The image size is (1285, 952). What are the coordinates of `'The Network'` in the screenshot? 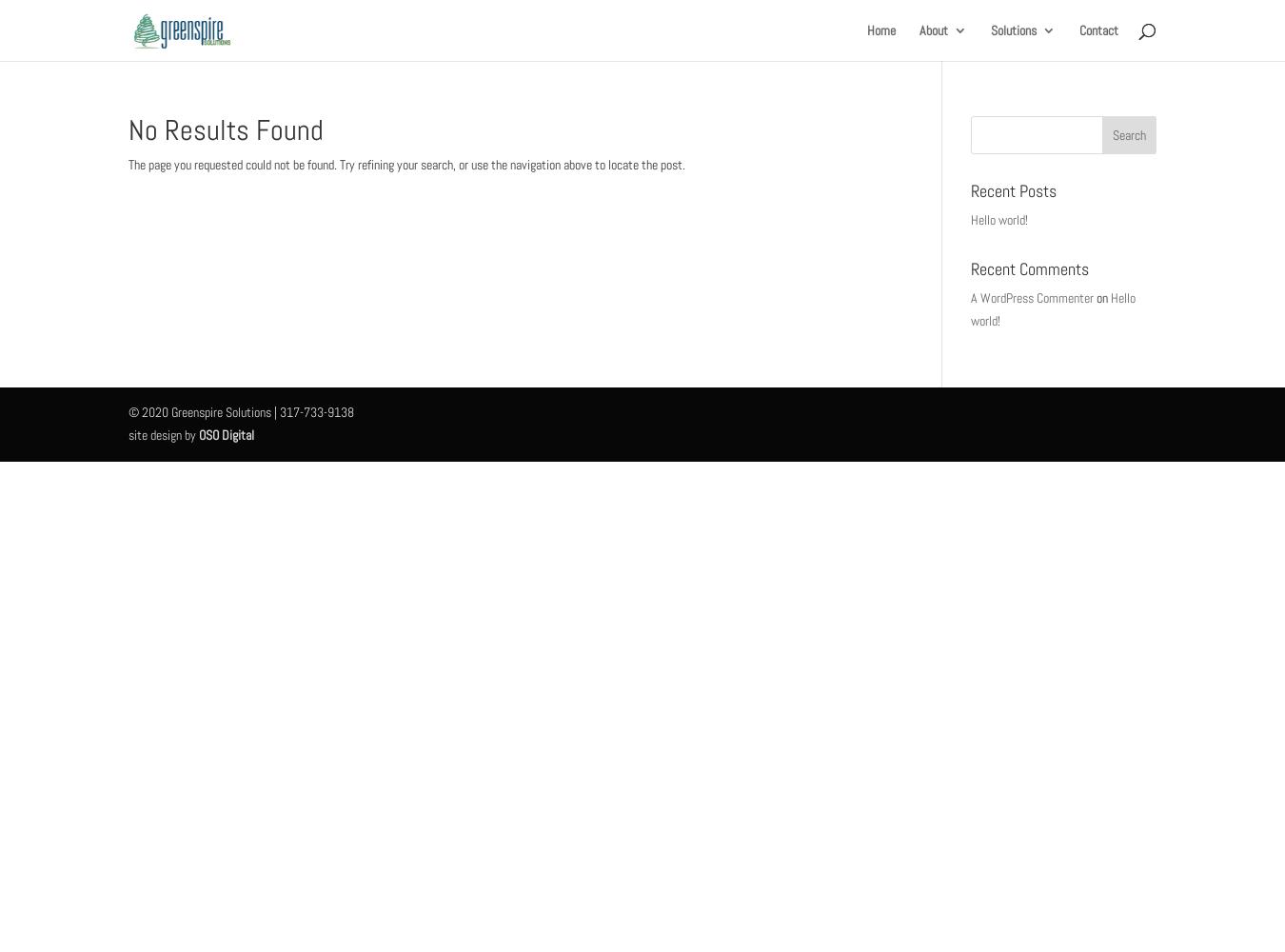 It's located at (988, 178).